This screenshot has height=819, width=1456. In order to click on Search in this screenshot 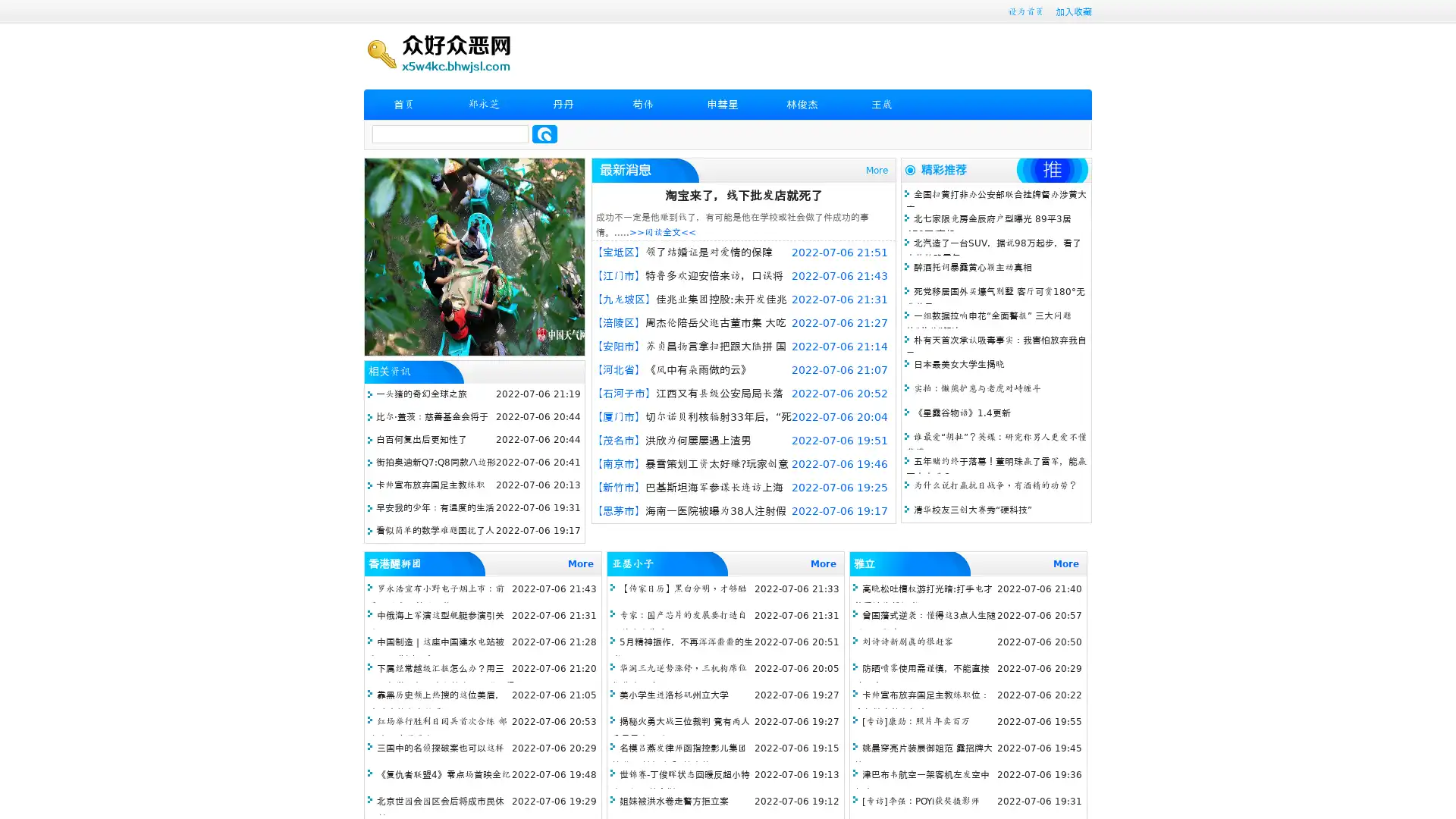, I will do `click(544, 133)`.